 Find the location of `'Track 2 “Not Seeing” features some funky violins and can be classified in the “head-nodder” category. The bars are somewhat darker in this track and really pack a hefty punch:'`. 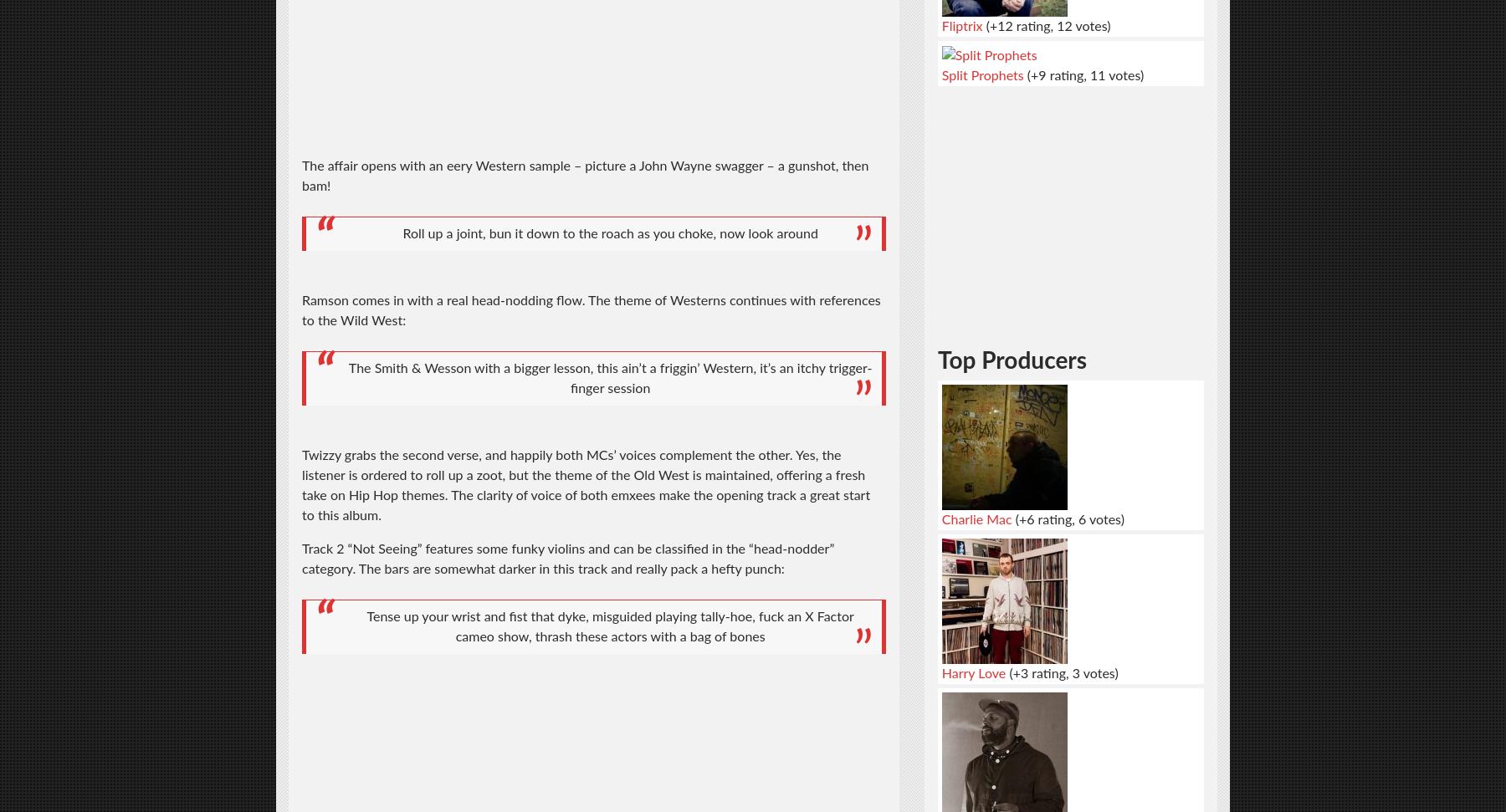

'Track 2 “Not Seeing” features some funky violins and can be classified in the “head-nodder” category. The bars are somewhat darker in this track and really pack a hefty punch:' is located at coordinates (566, 559).